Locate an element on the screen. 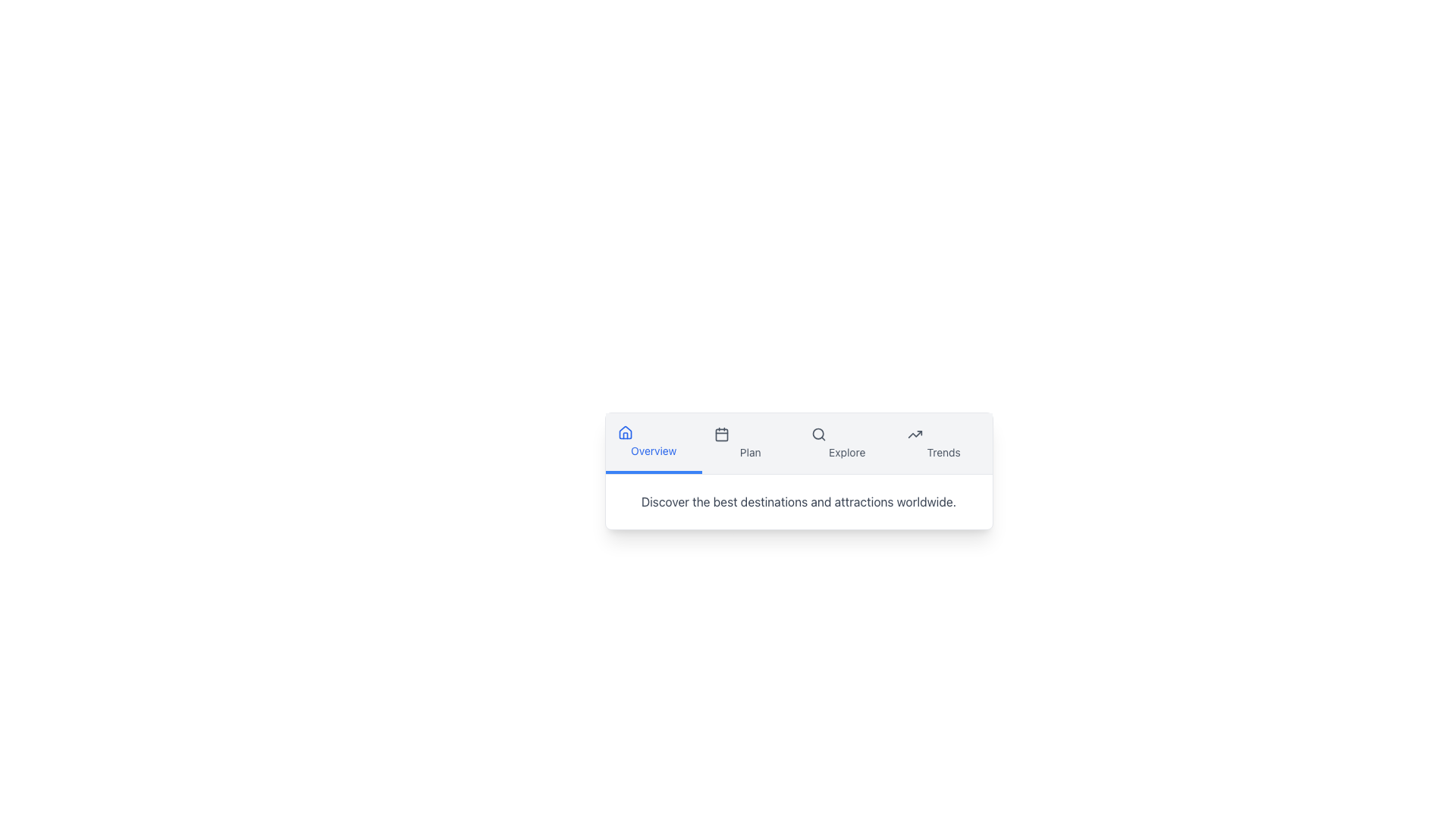  the last tab in the horizontal navigation menu is located at coordinates (943, 444).